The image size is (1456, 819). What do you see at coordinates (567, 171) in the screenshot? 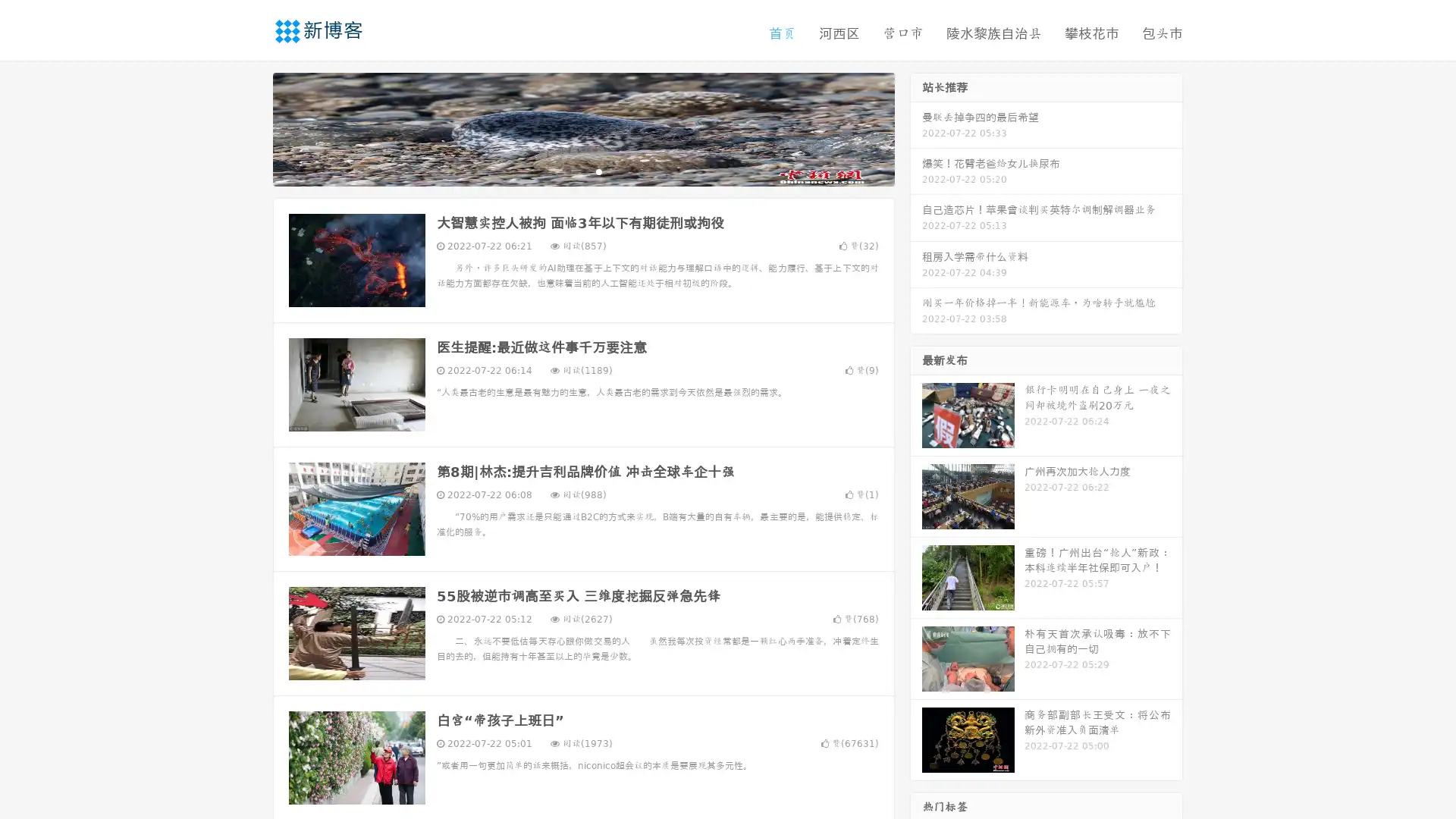
I see `Go to slide 1` at bounding box center [567, 171].